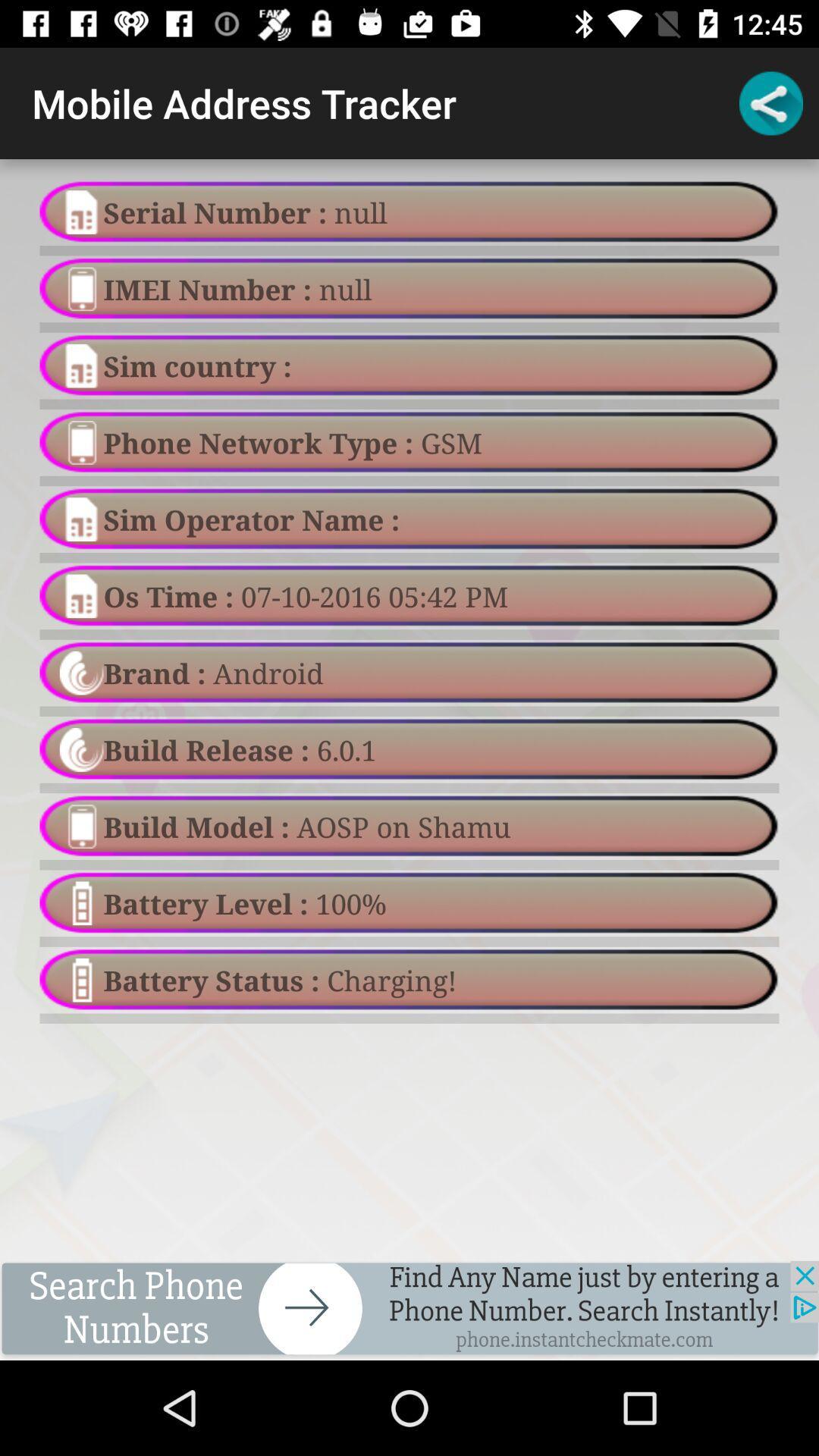  What do you see at coordinates (409, 1310) in the screenshot?
I see `turn on and off app` at bounding box center [409, 1310].